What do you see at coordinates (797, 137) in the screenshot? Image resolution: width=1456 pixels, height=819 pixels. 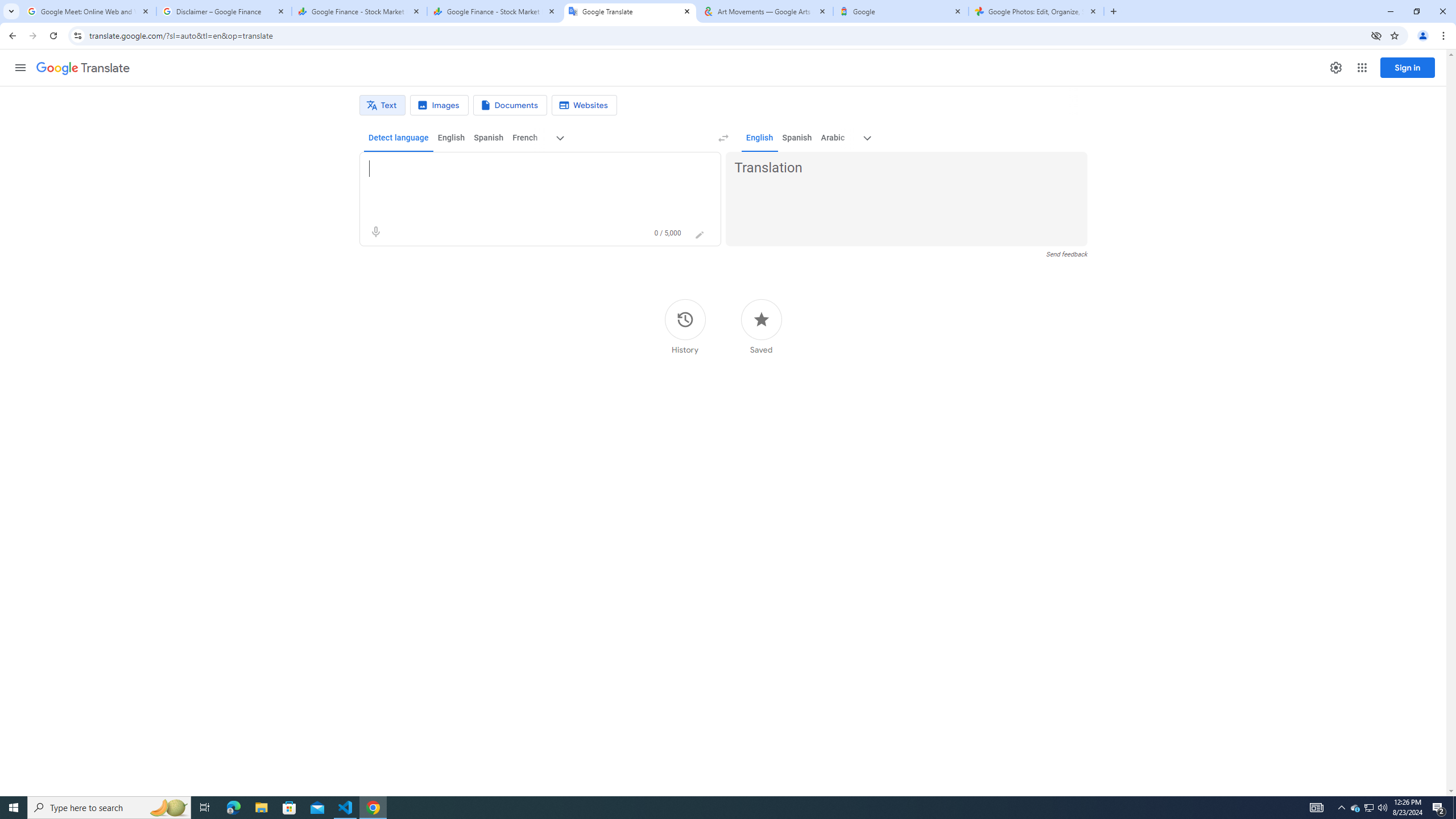 I see `'Spanish'` at bounding box center [797, 137].